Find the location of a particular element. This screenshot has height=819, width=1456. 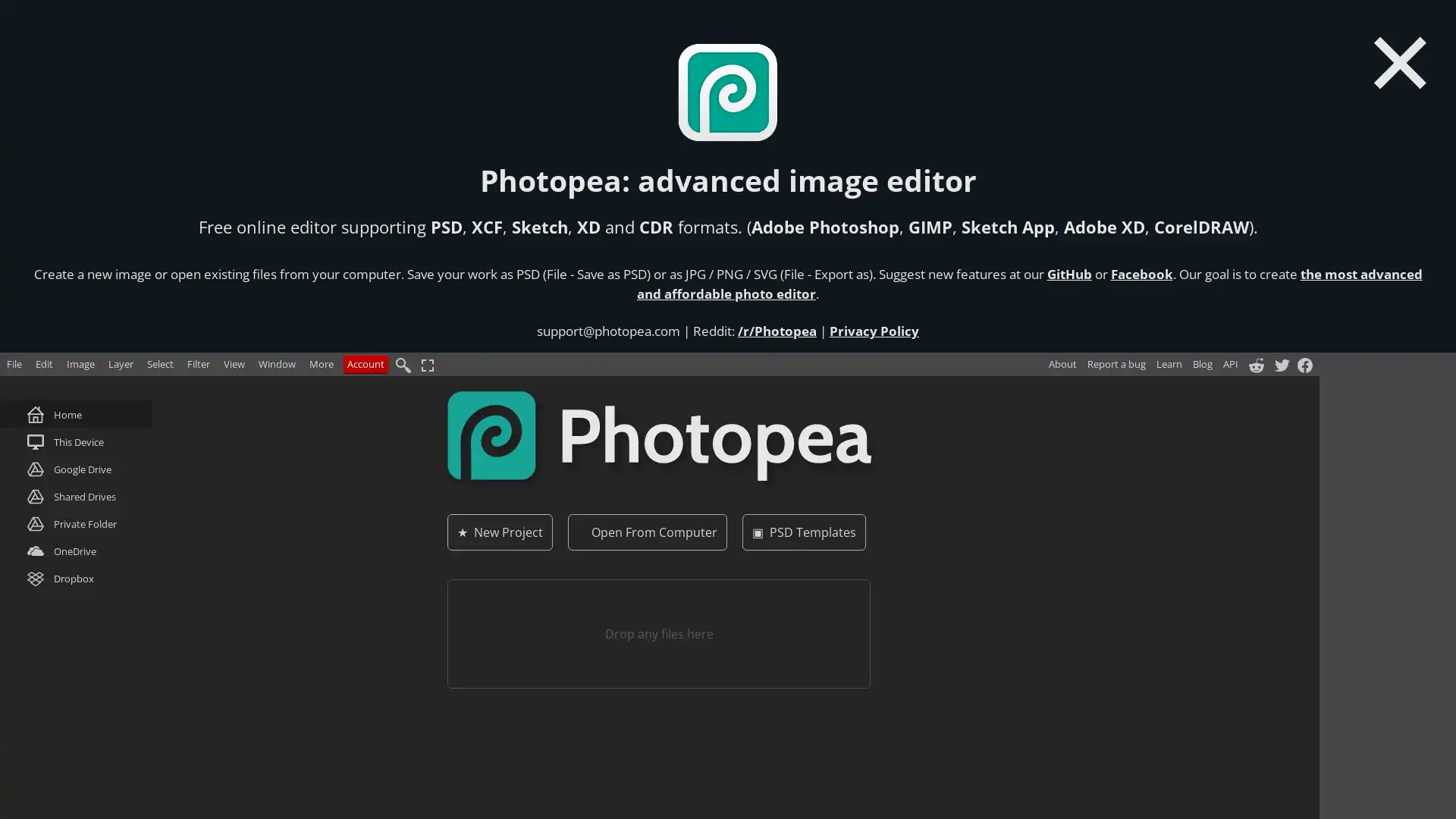

File is located at coordinates (14, 11).